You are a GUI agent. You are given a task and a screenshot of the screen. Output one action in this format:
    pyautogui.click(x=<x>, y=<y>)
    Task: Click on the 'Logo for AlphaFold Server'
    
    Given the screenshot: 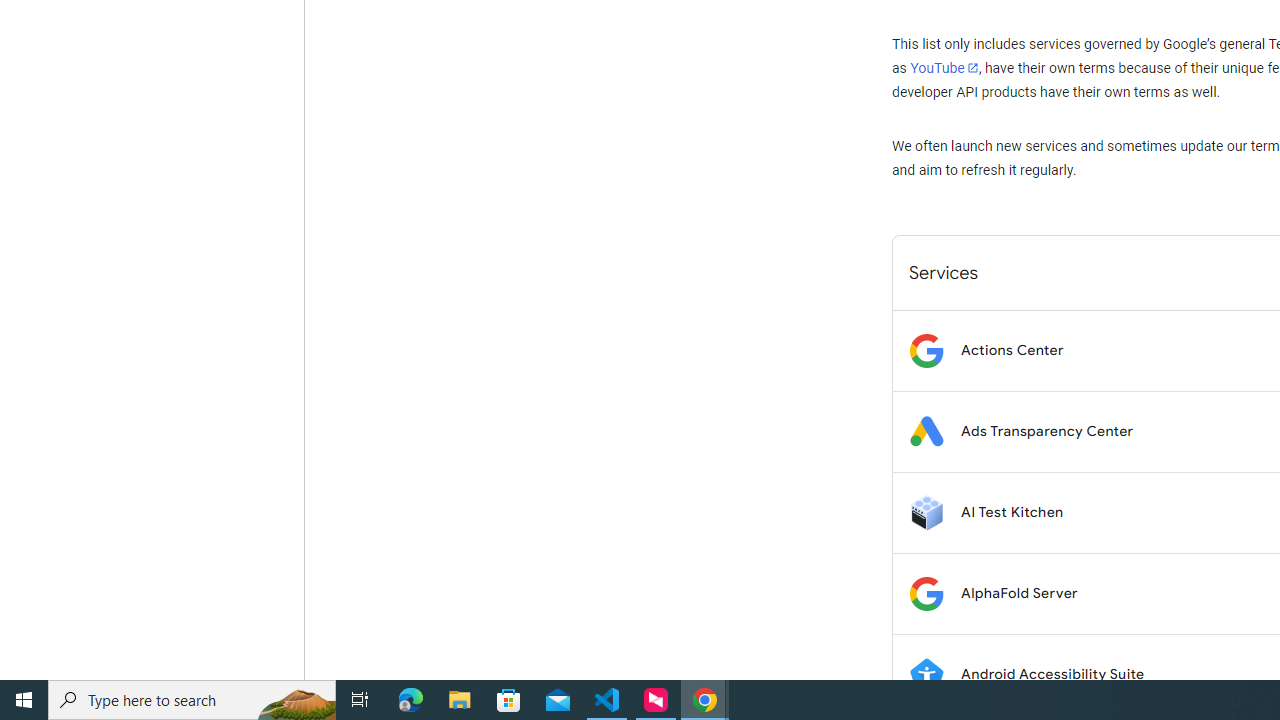 What is the action you would take?
    pyautogui.click(x=925, y=592)
    